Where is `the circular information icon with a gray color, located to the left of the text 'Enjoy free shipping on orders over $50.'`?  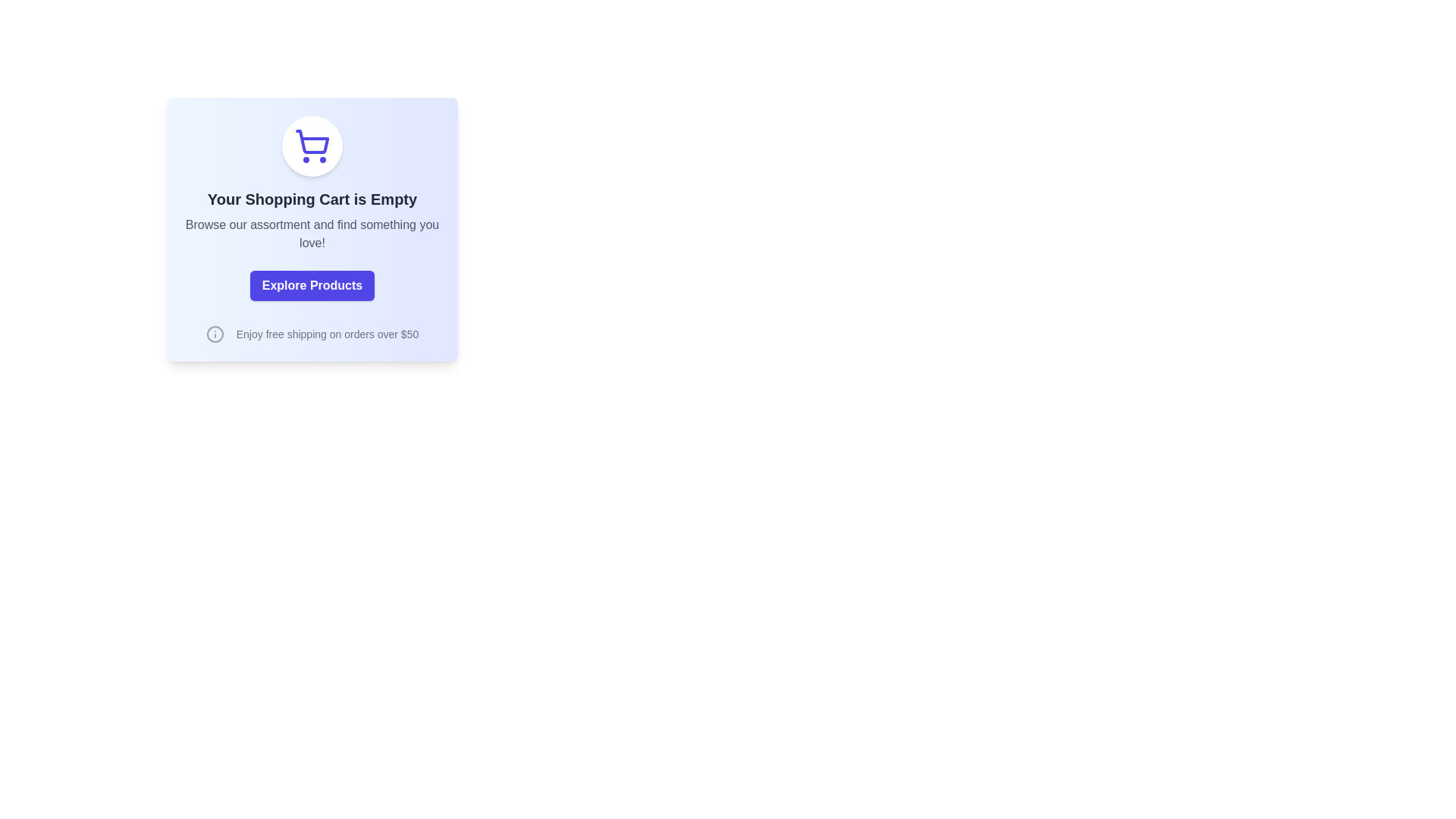
the circular information icon with a gray color, located to the left of the text 'Enjoy free shipping on orders over $50.' is located at coordinates (214, 333).